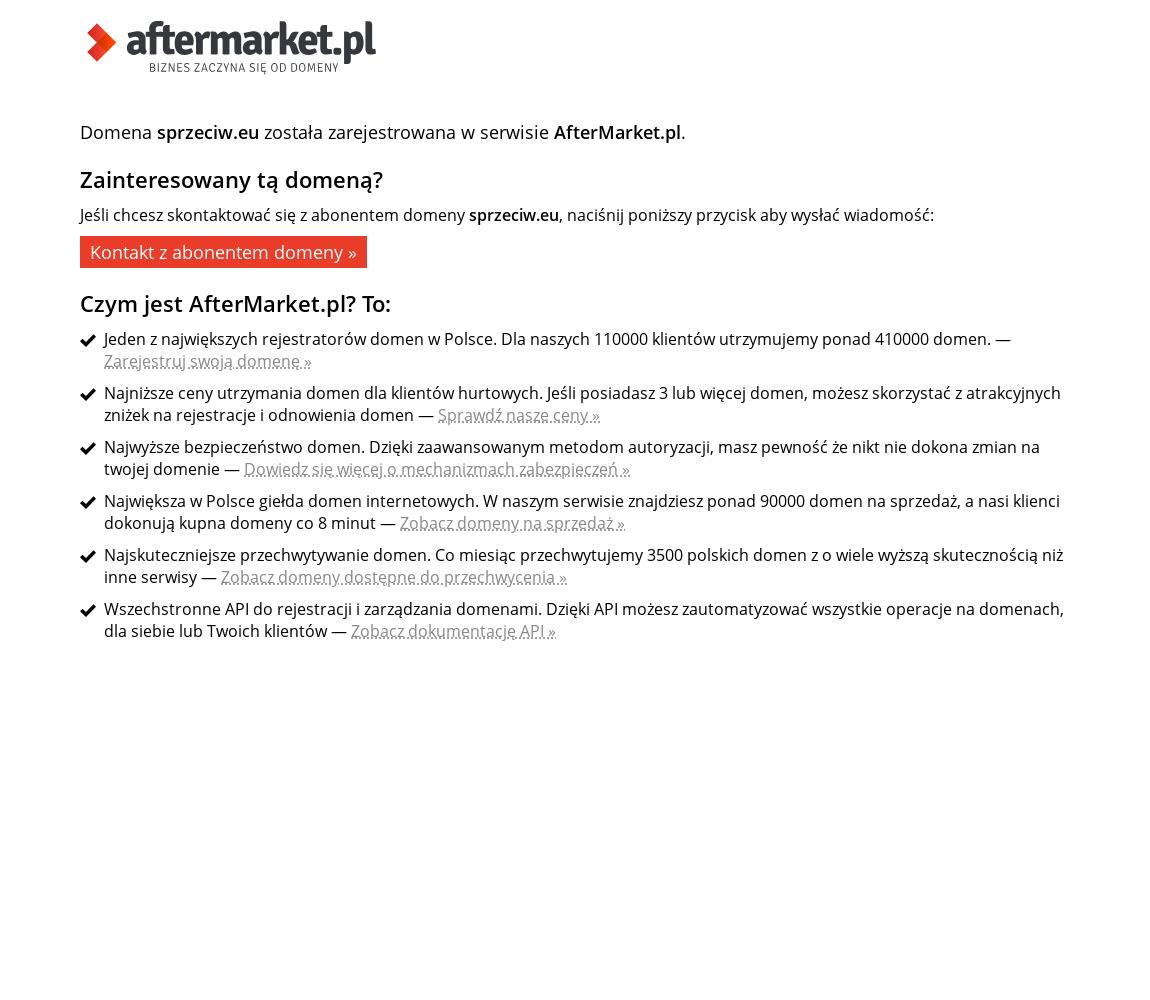 The width and height of the screenshot is (1150, 1000). I want to click on 'Domena', so click(117, 132).